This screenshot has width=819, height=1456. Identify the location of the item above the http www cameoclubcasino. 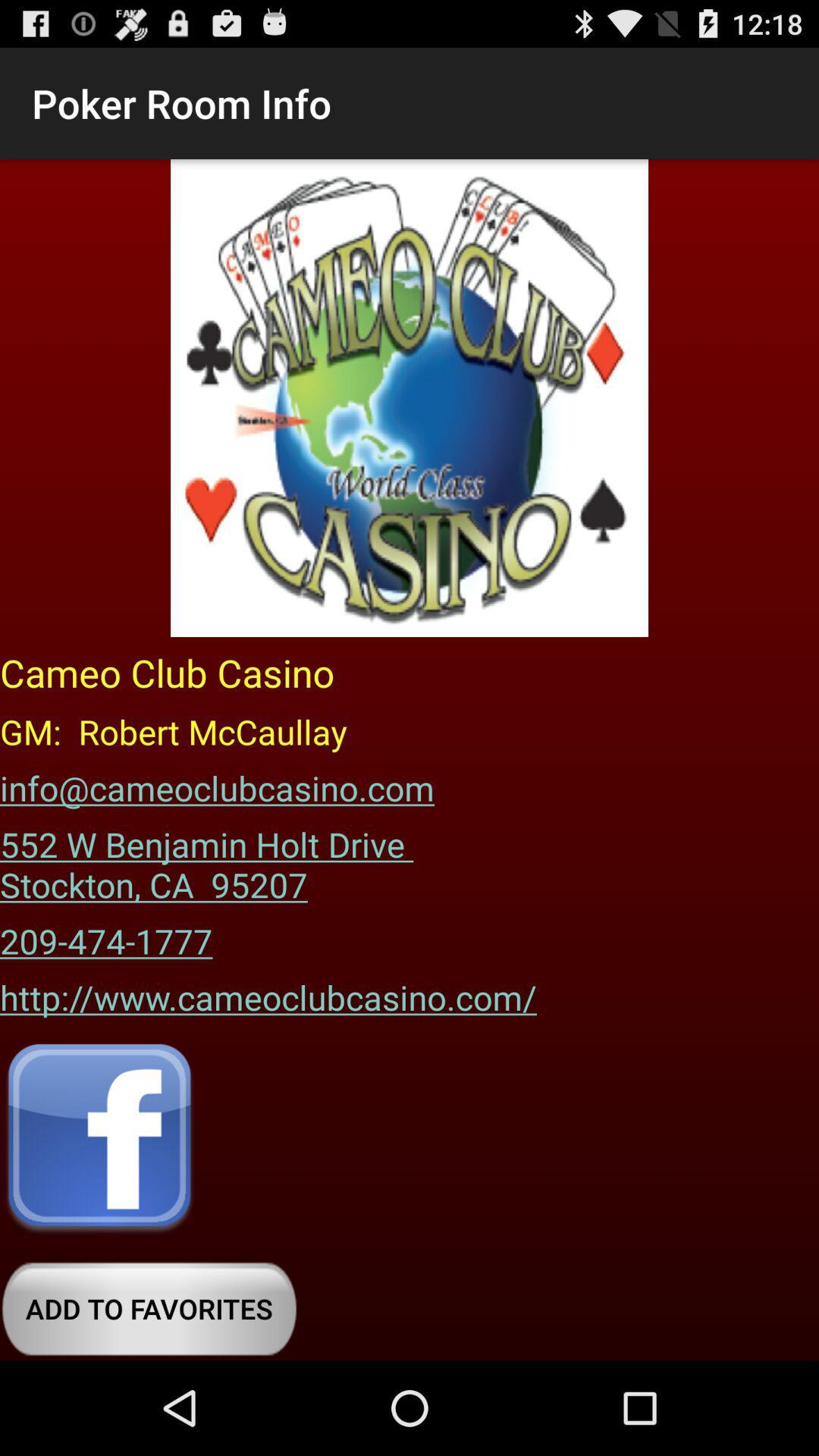
(105, 935).